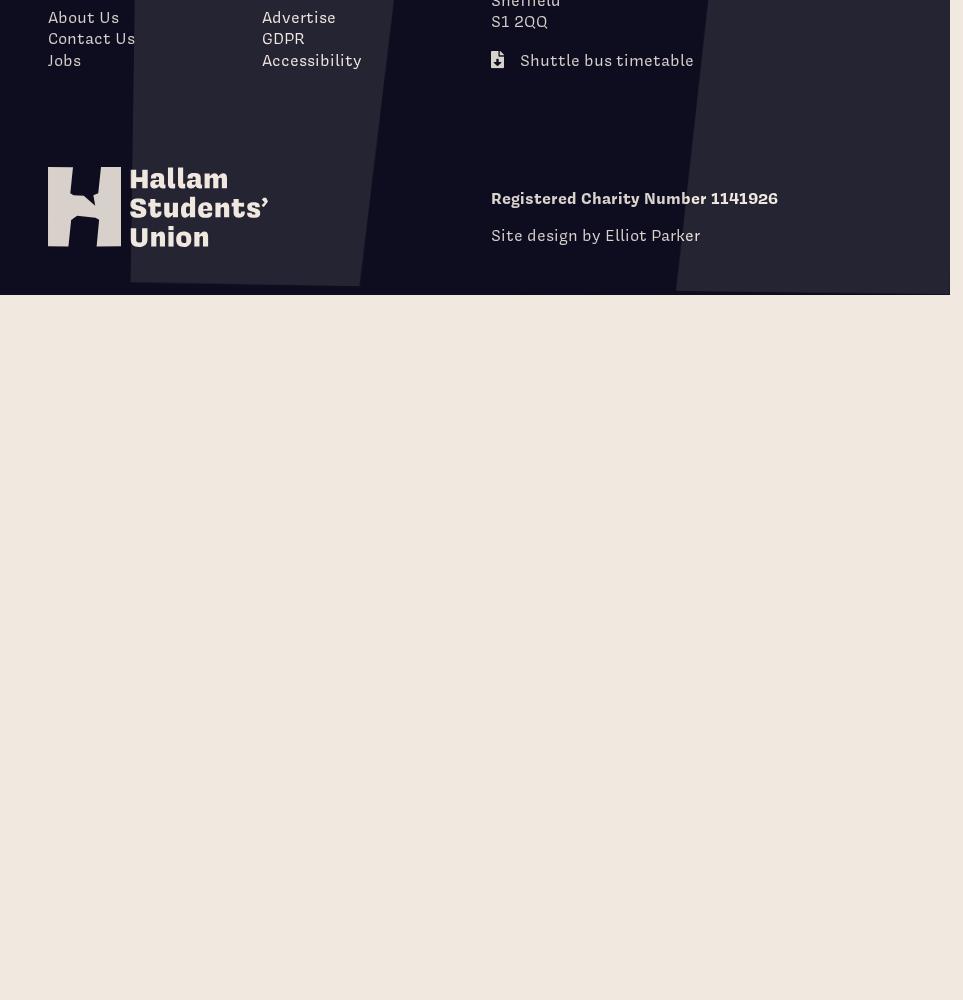 This screenshot has width=963, height=1000. What do you see at coordinates (89, 38) in the screenshot?
I see `'Contact Us'` at bounding box center [89, 38].